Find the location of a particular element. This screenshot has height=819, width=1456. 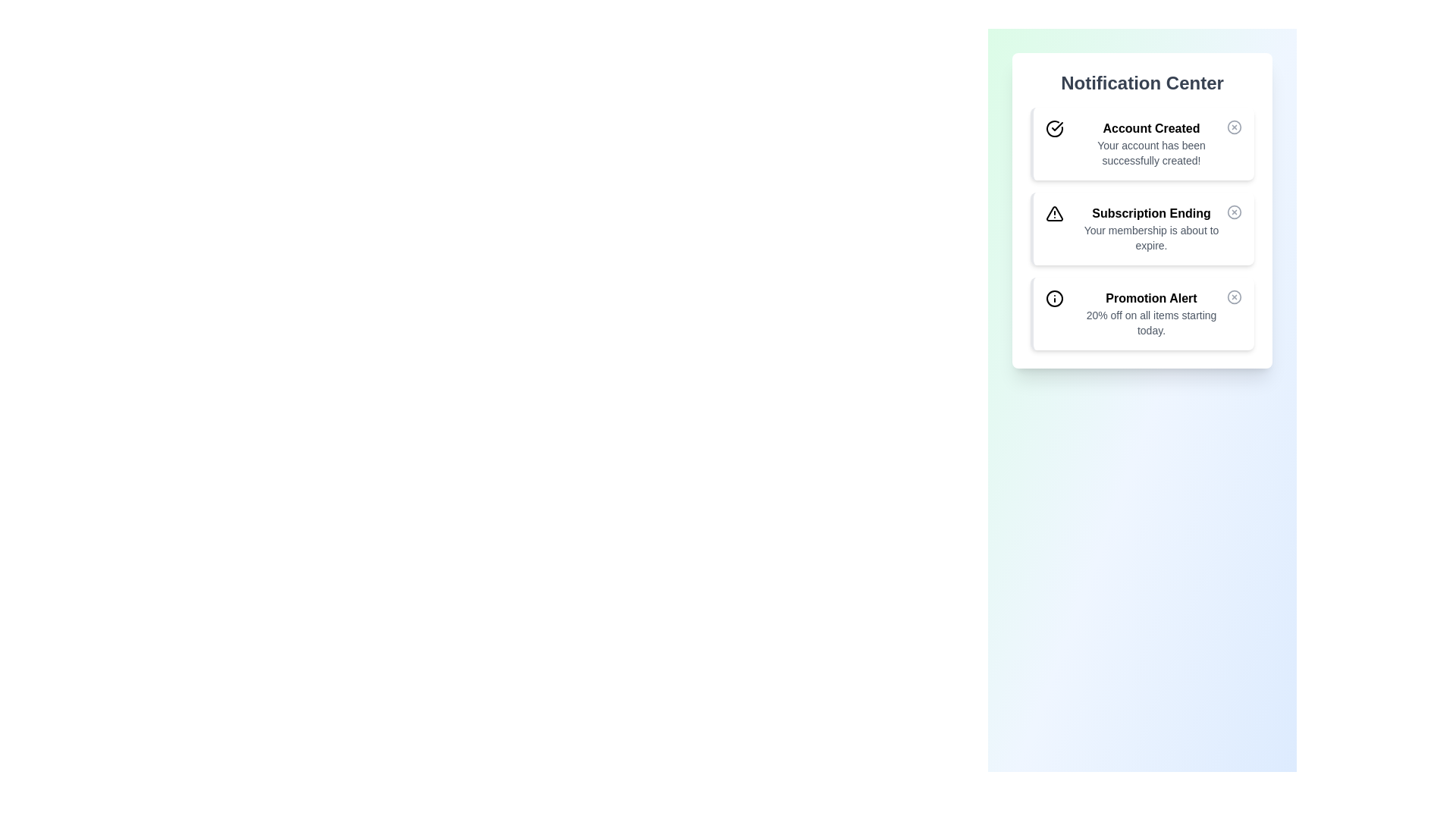

the decorative part of the close icon for the 'Promotion Alert' notification located in the top-right corner is located at coordinates (1234, 297).